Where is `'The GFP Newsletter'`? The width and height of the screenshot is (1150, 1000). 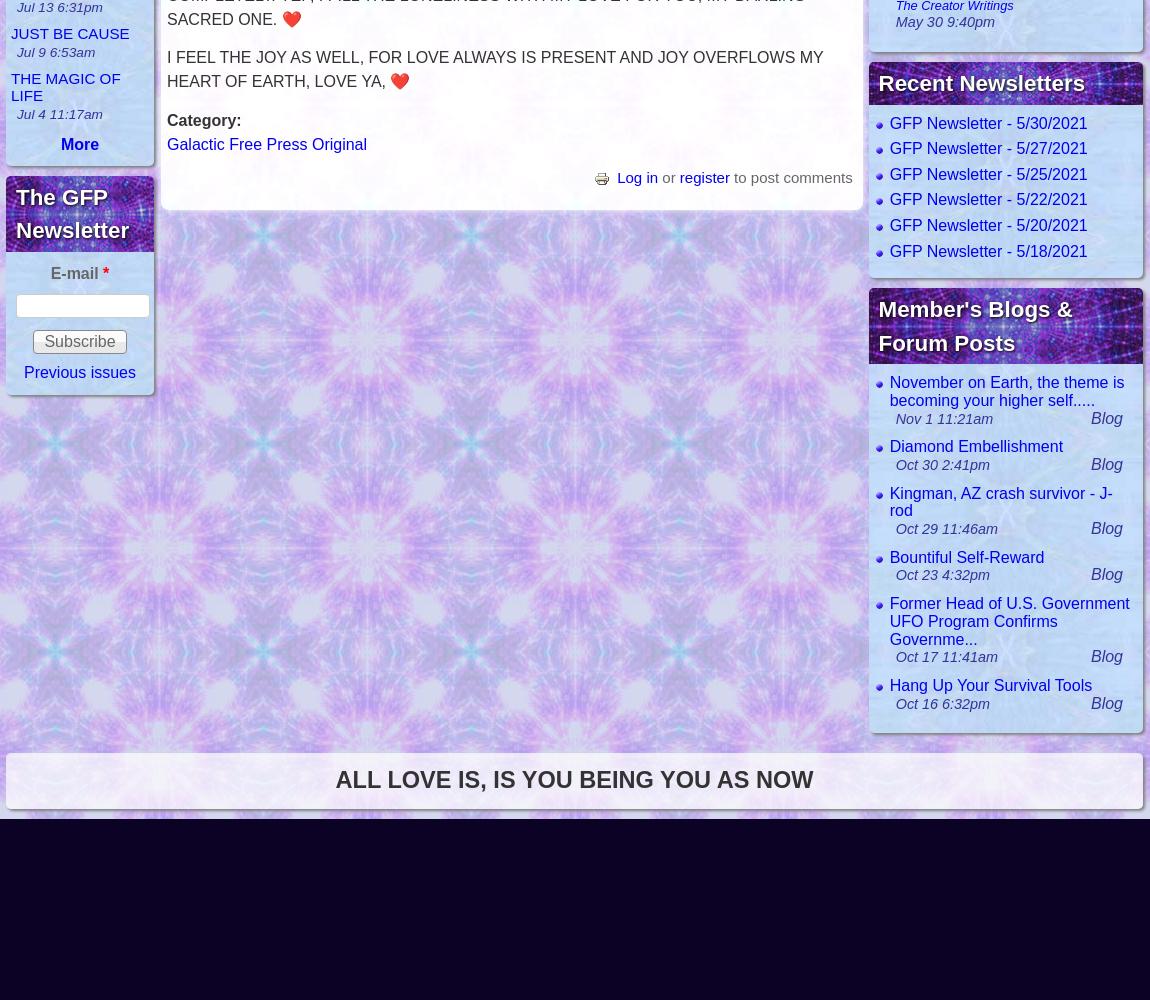
'The GFP Newsletter' is located at coordinates (71, 212).